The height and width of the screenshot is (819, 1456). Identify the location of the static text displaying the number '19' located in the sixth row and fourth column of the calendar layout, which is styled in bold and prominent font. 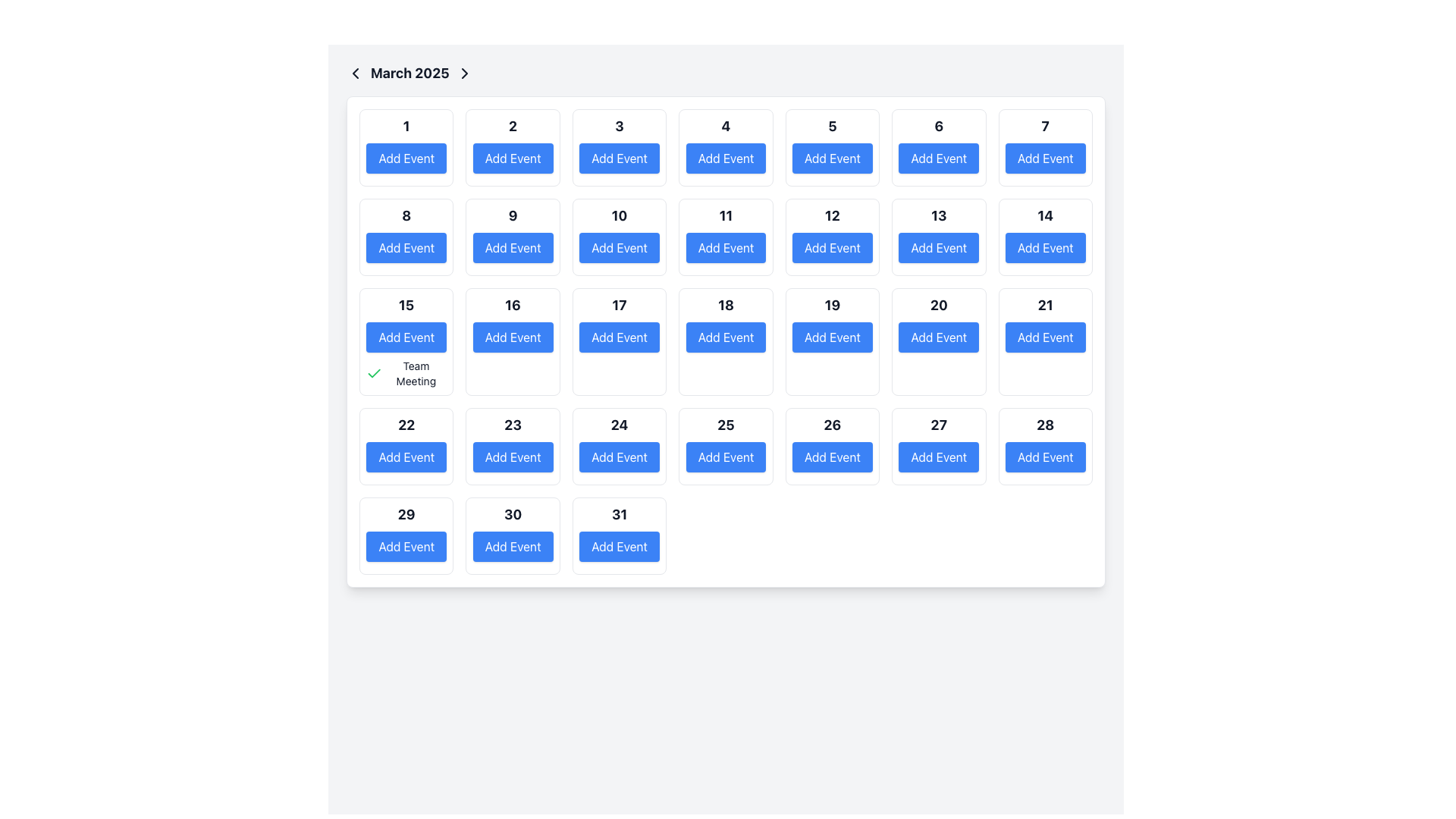
(831, 305).